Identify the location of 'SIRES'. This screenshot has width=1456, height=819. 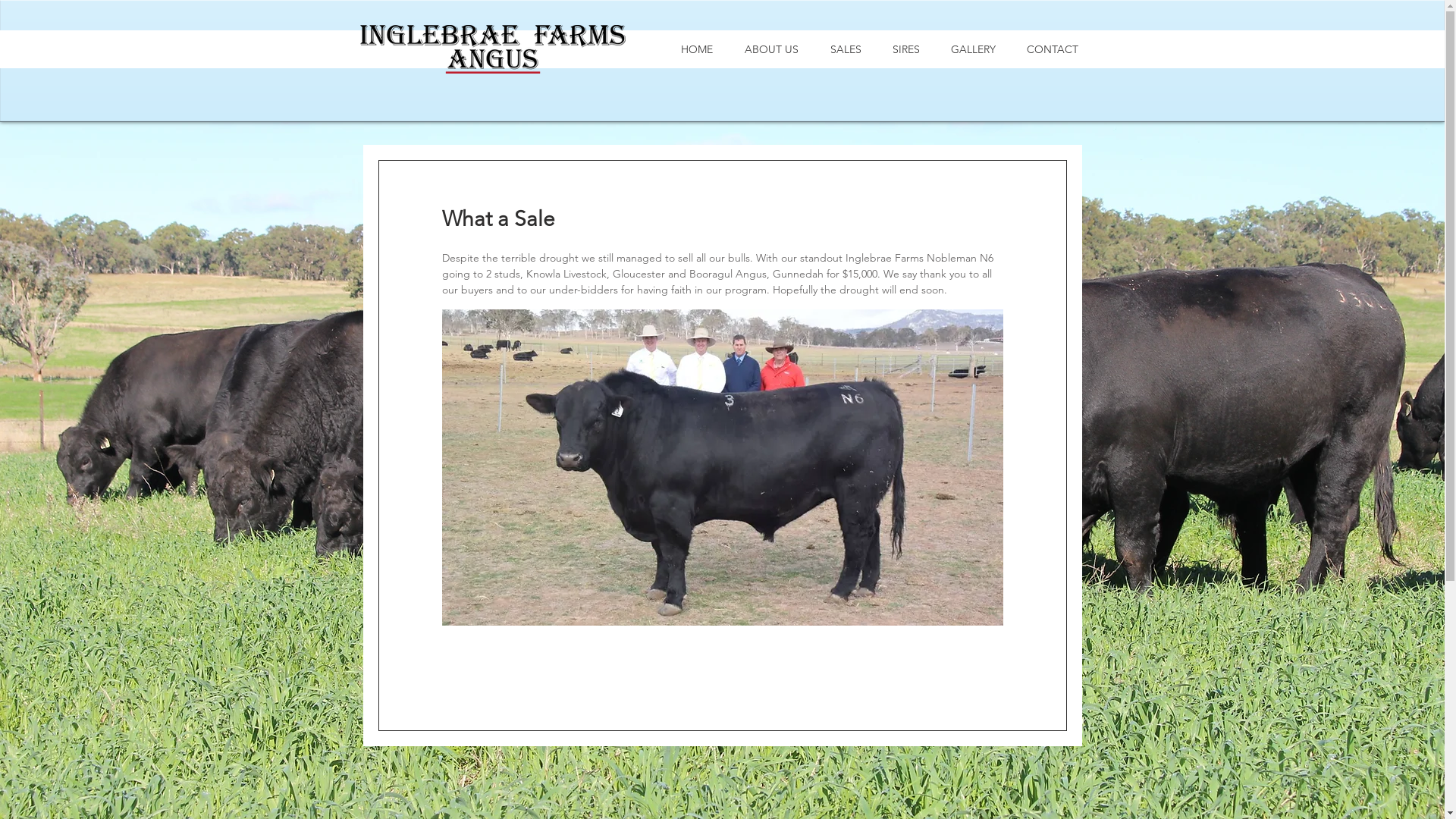
(905, 49).